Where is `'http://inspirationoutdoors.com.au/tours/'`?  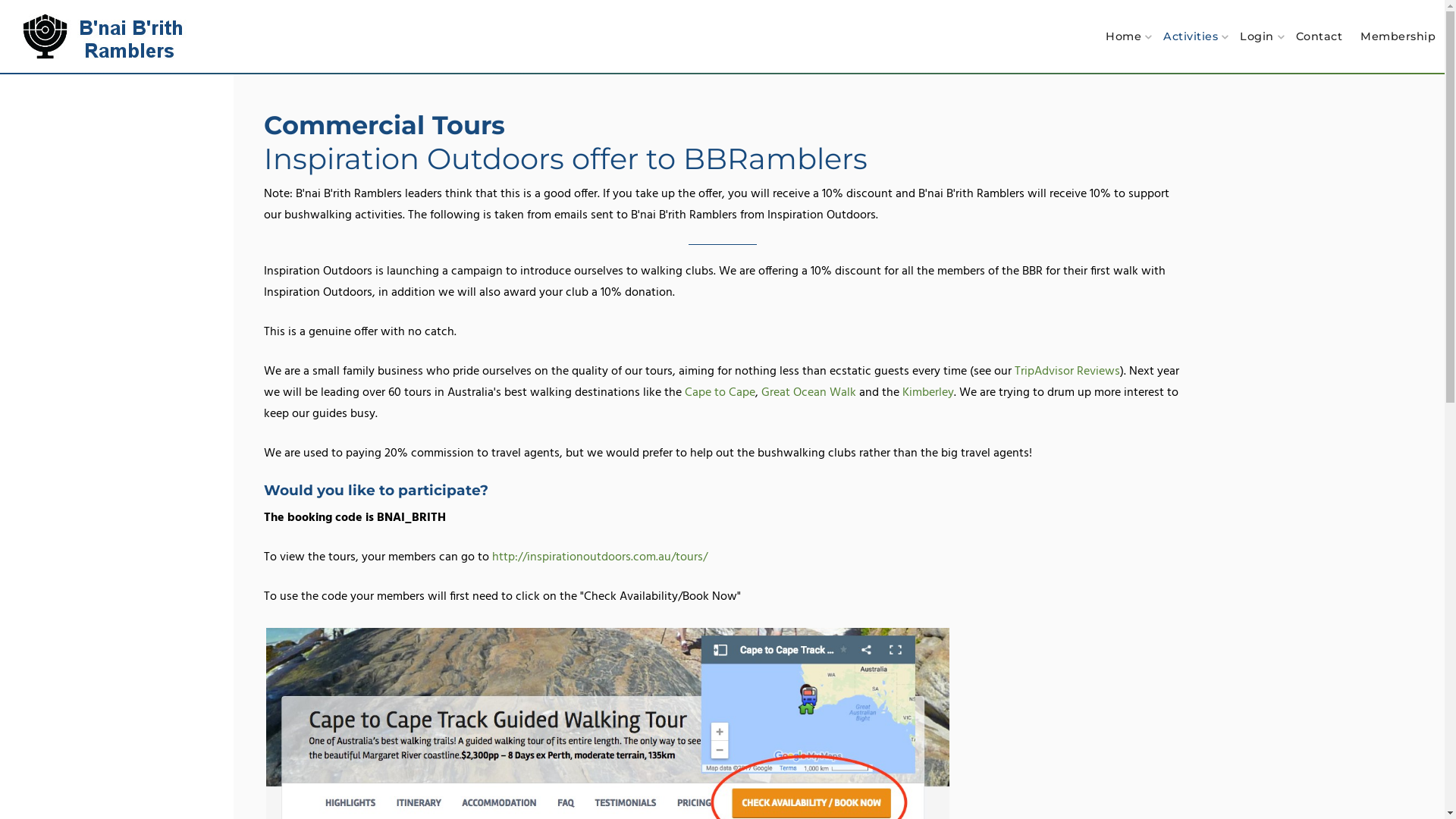
'http://inspirationoutdoors.com.au/tours/' is located at coordinates (598, 557).